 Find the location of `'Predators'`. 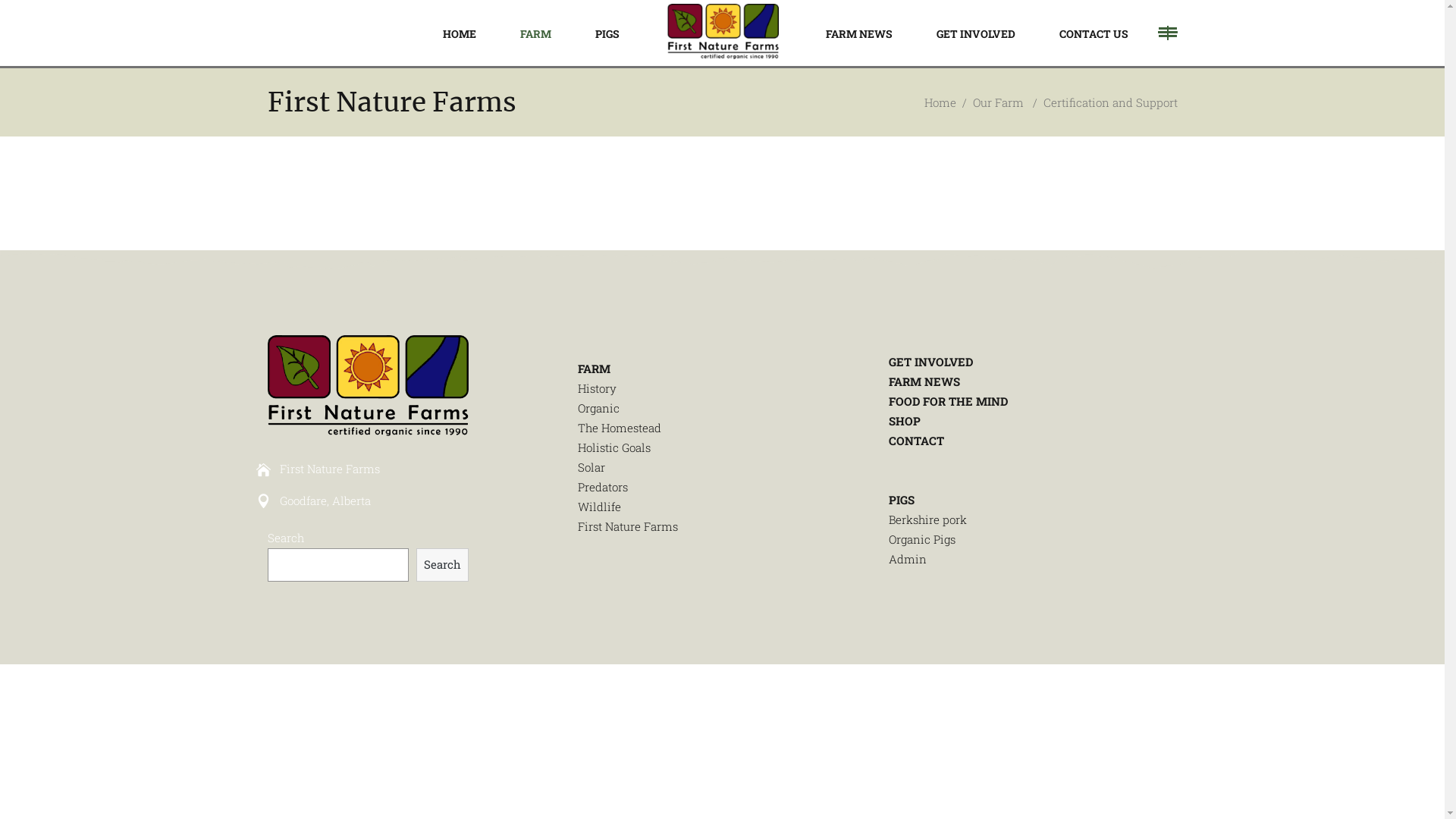

'Predators' is located at coordinates (577, 486).